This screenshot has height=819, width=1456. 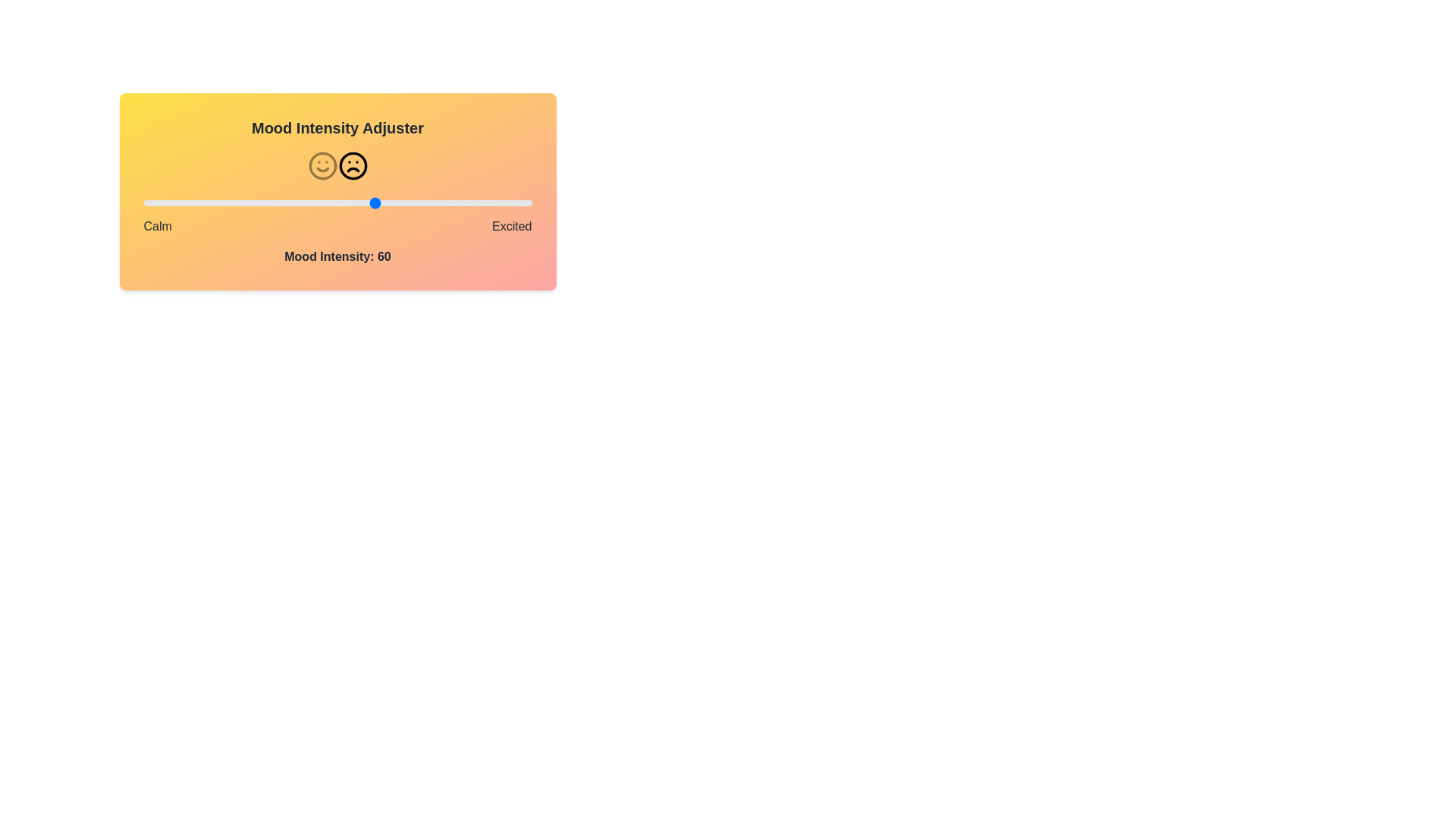 What do you see at coordinates (508, 202) in the screenshot?
I see `the mood intensity slider to 94 (0 to 100)` at bounding box center [508, 202].